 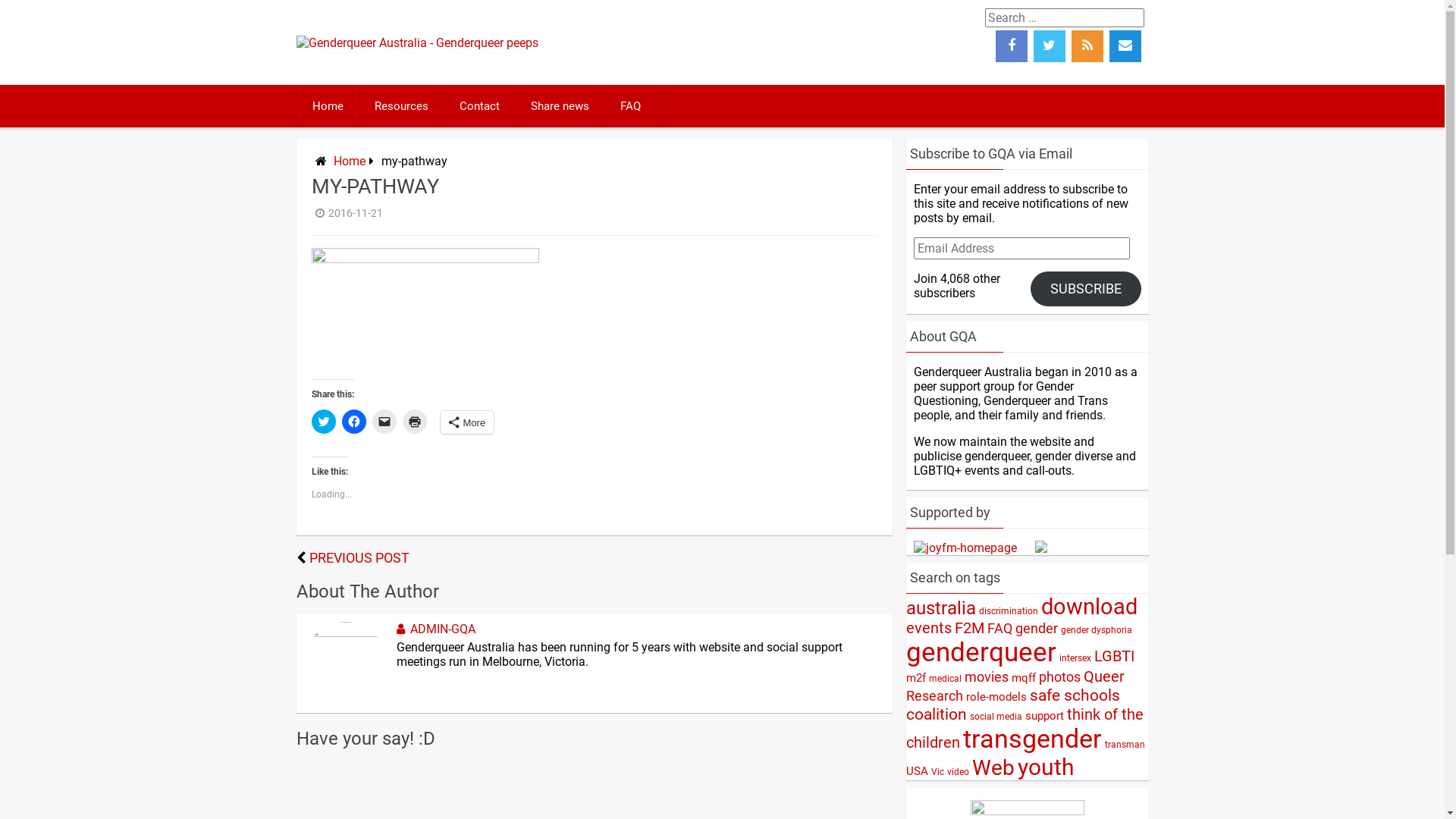 What do you see at coordinates (939, 607) in the screenshot?
I see `'australia'` at bounding box center [939, 607].